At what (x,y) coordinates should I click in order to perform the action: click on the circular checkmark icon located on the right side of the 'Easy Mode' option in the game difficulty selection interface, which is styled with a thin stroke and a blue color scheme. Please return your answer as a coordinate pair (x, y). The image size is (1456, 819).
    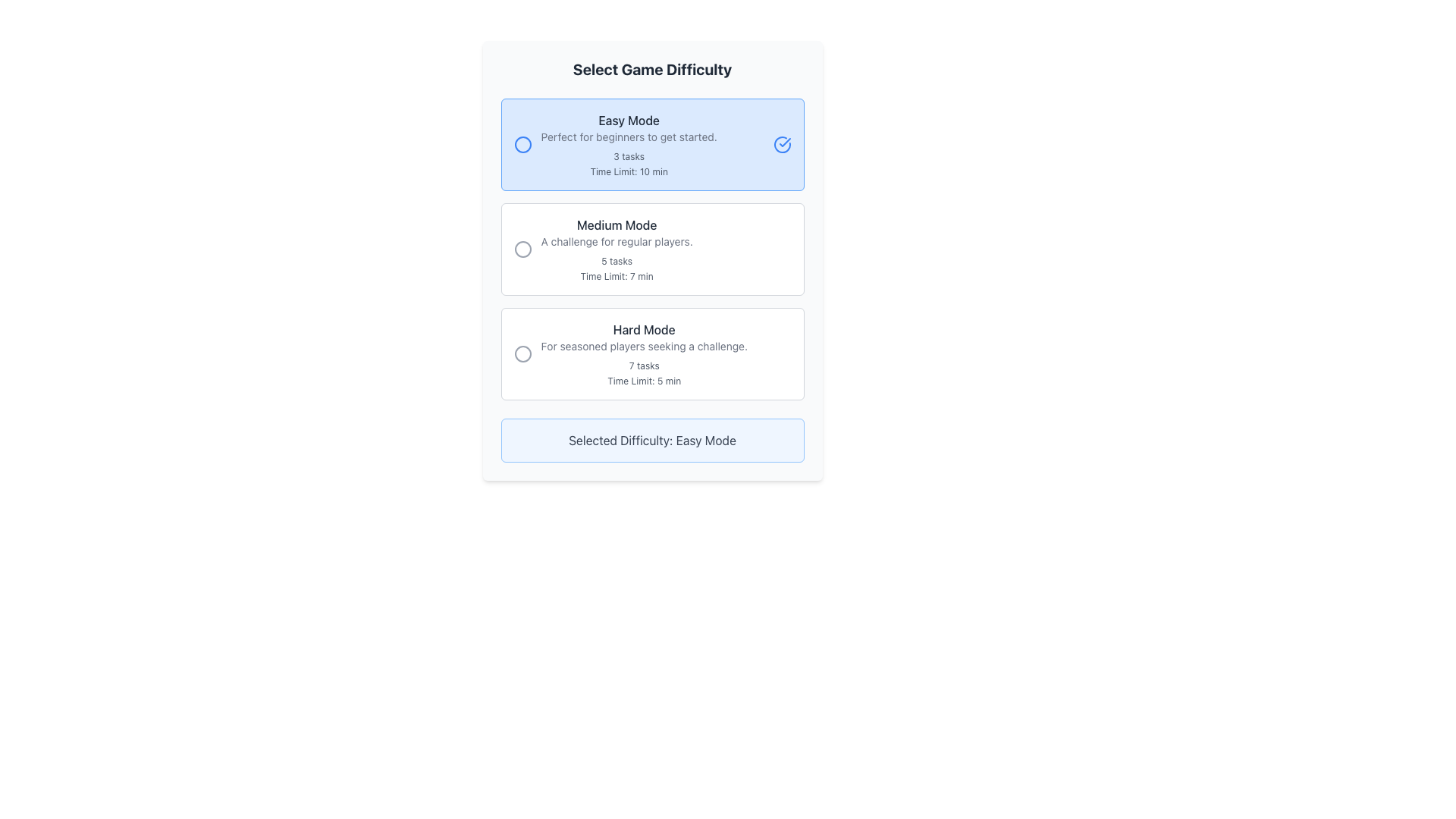
    Looking at the image, I should click on (782, 145).